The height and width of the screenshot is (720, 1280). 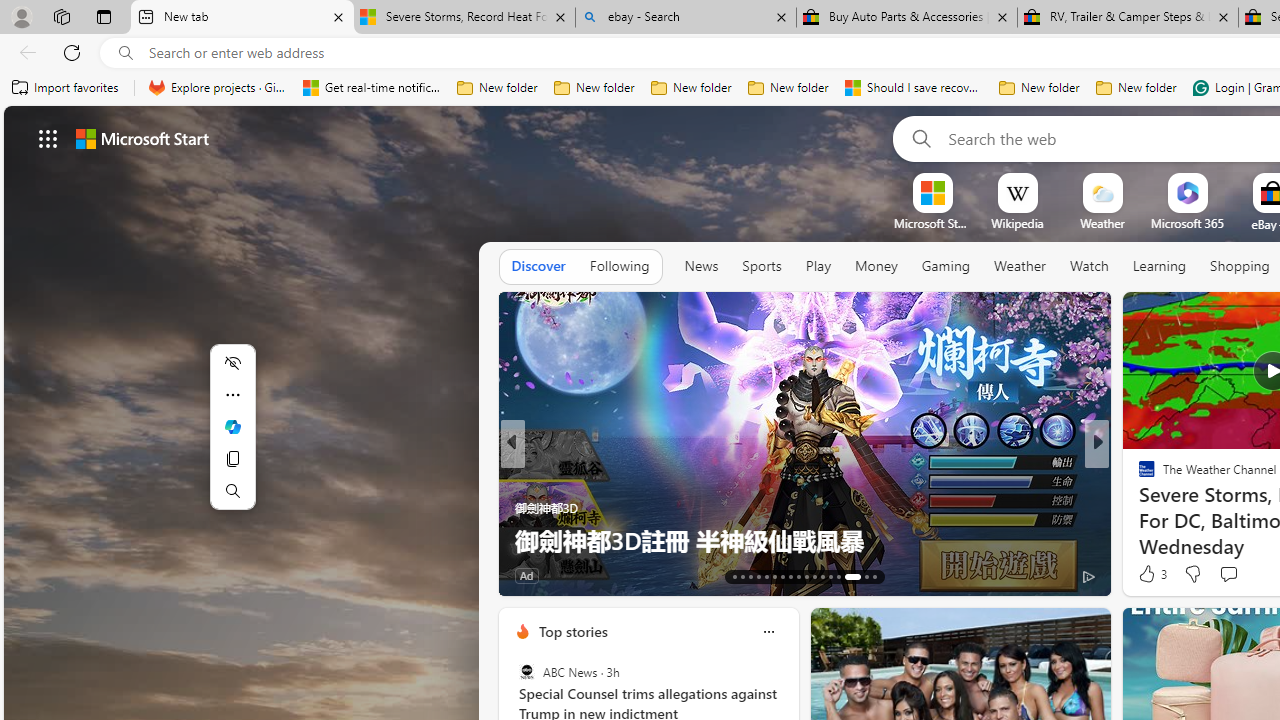 What do you see at coordinates (571, 631) in the screenshot?
I see `'Top stories'` at bounding box center [571, 631].